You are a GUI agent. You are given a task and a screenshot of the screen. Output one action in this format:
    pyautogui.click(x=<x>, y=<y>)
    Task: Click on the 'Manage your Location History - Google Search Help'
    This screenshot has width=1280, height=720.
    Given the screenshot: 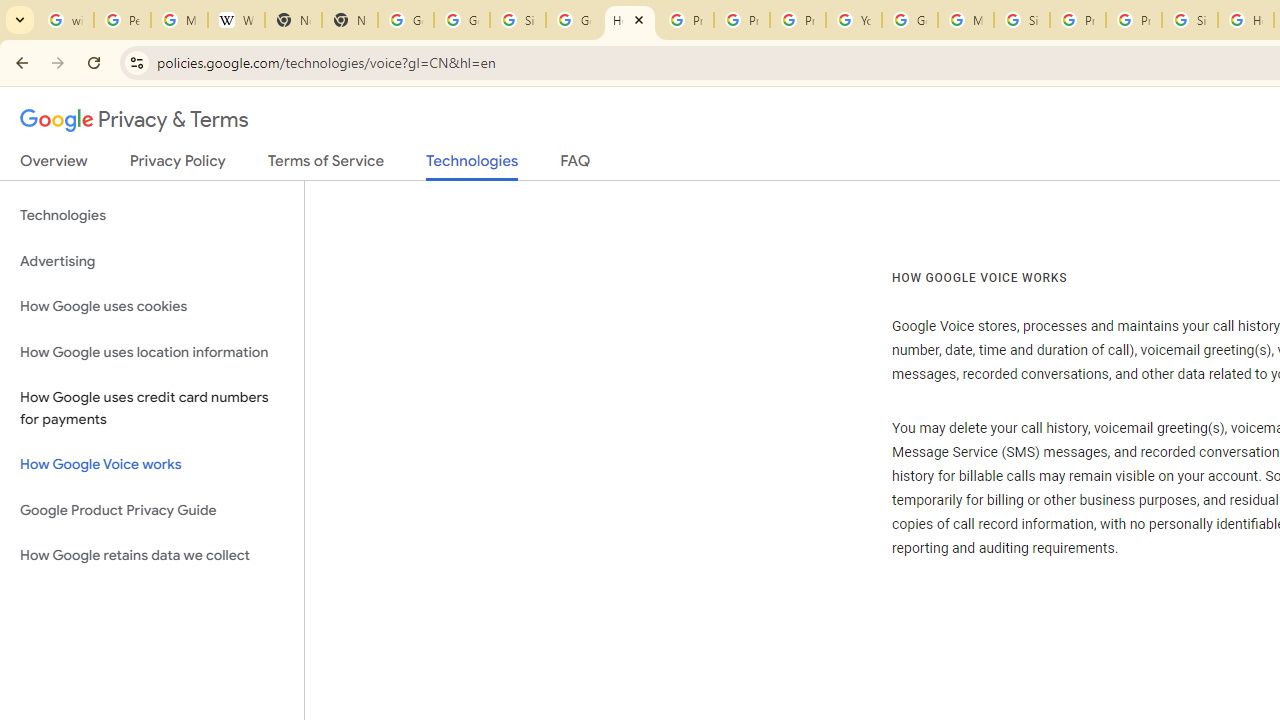 What is the action you would take?
    pyautogui.click(x=179, y=20)
    